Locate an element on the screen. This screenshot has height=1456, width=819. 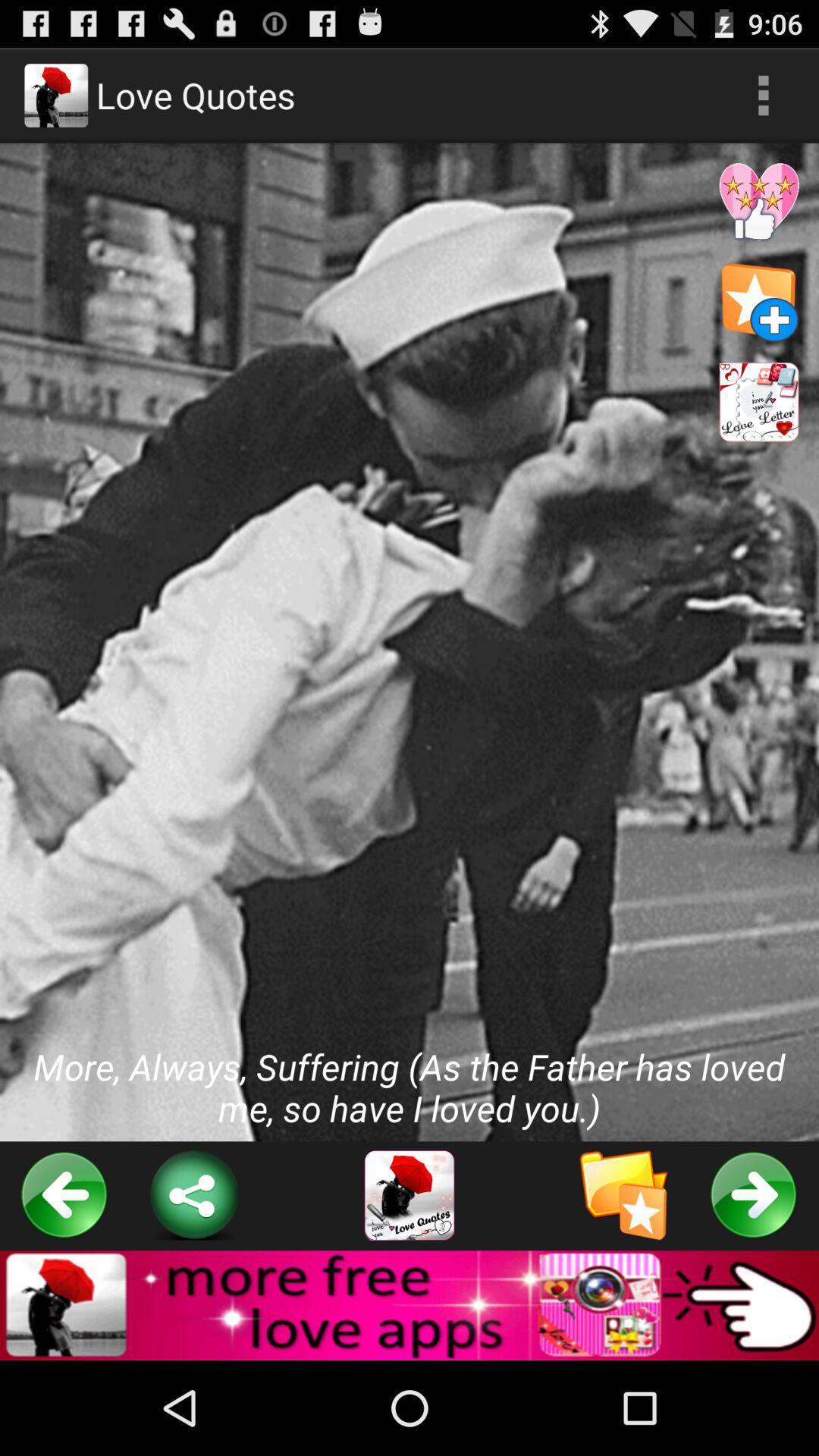
the star icon is located at coordinates (759, 323).